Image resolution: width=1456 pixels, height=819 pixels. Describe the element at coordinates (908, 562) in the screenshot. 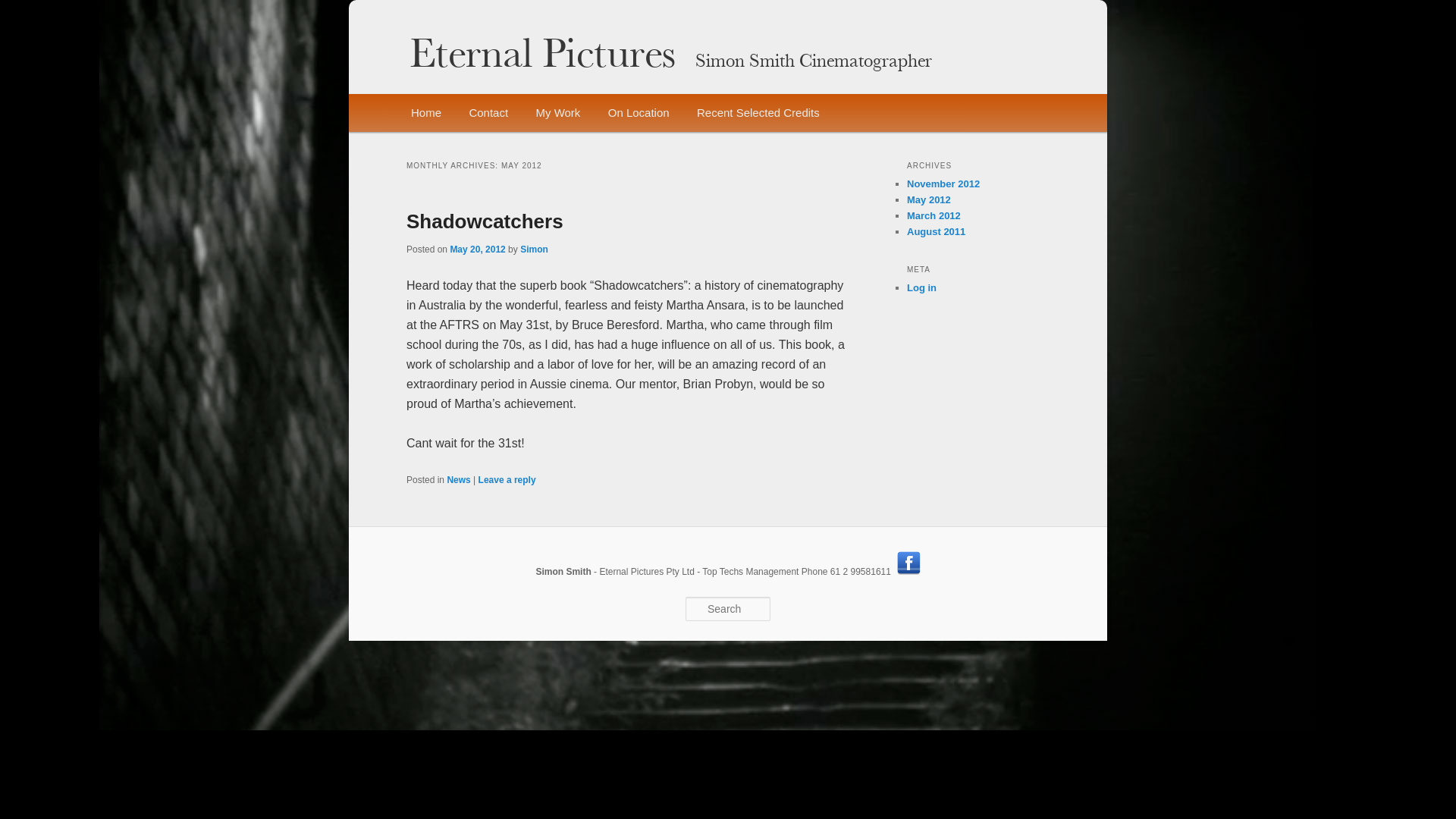

I see `'Visit me on Facebook'` at that location.